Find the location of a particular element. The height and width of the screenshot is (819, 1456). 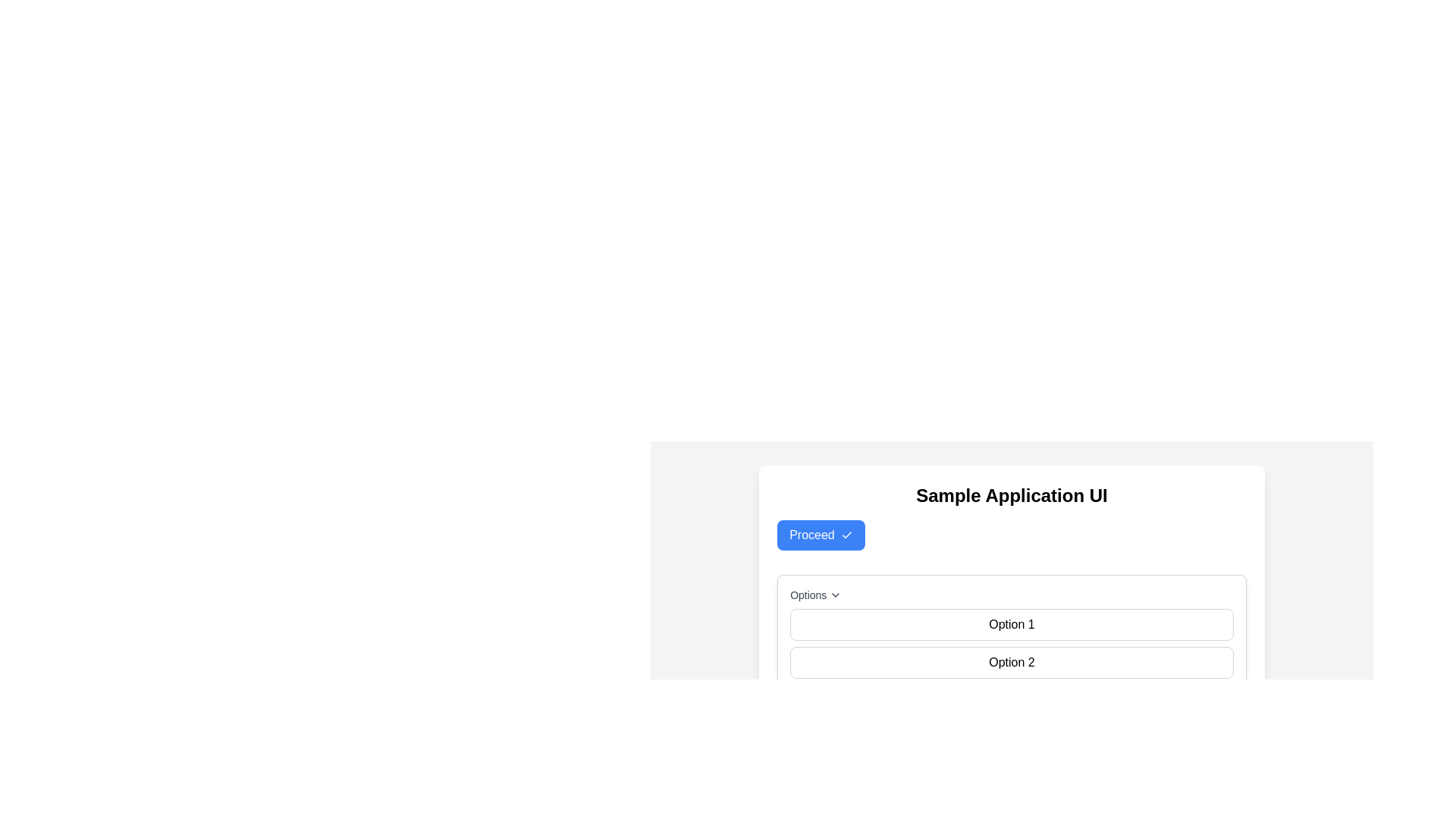

the 'Proceed' button located within the 'Sample Application UI' card is located at coordinates (820, 534).